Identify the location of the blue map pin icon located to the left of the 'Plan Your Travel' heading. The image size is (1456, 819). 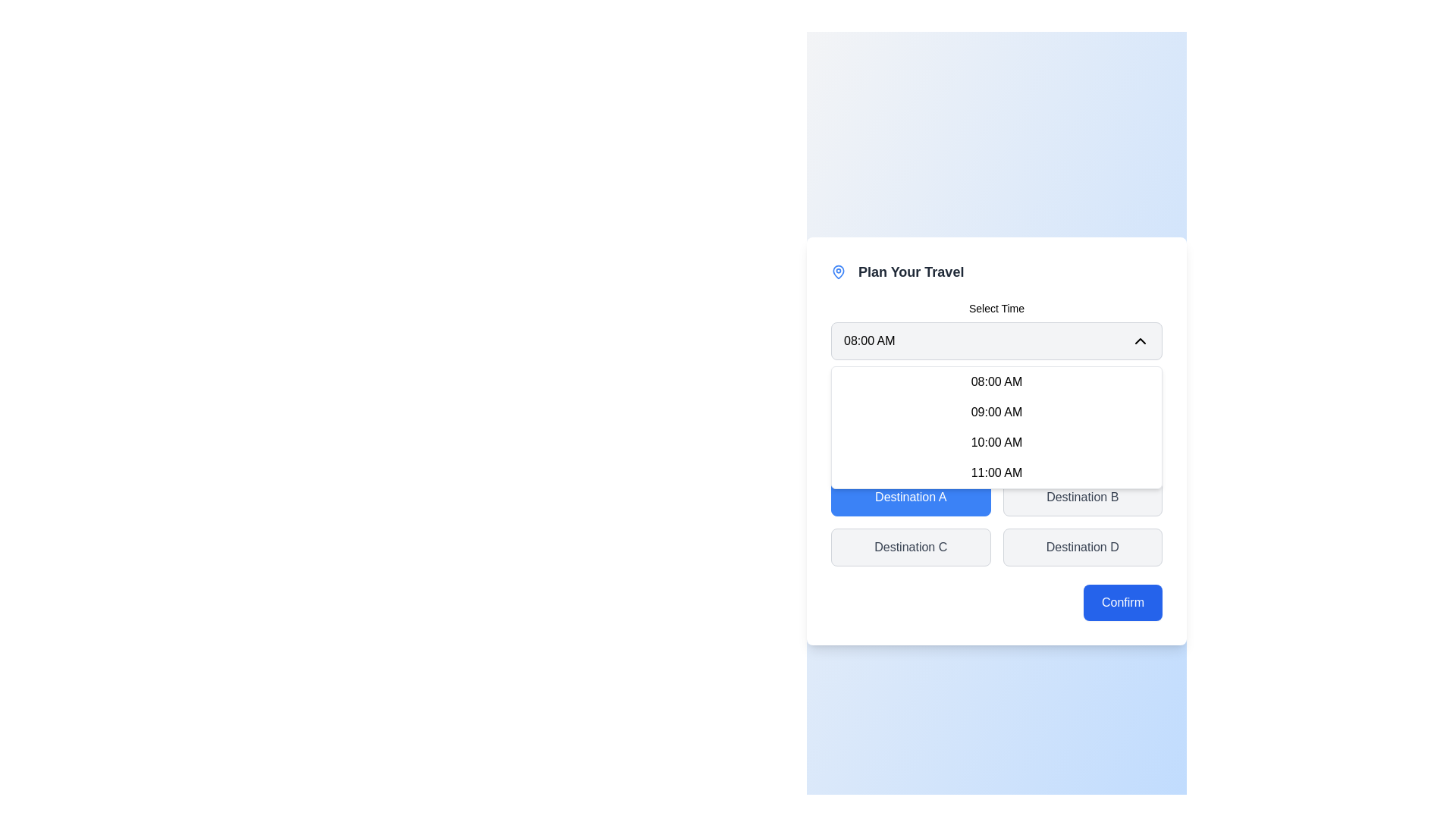
(837, 271).